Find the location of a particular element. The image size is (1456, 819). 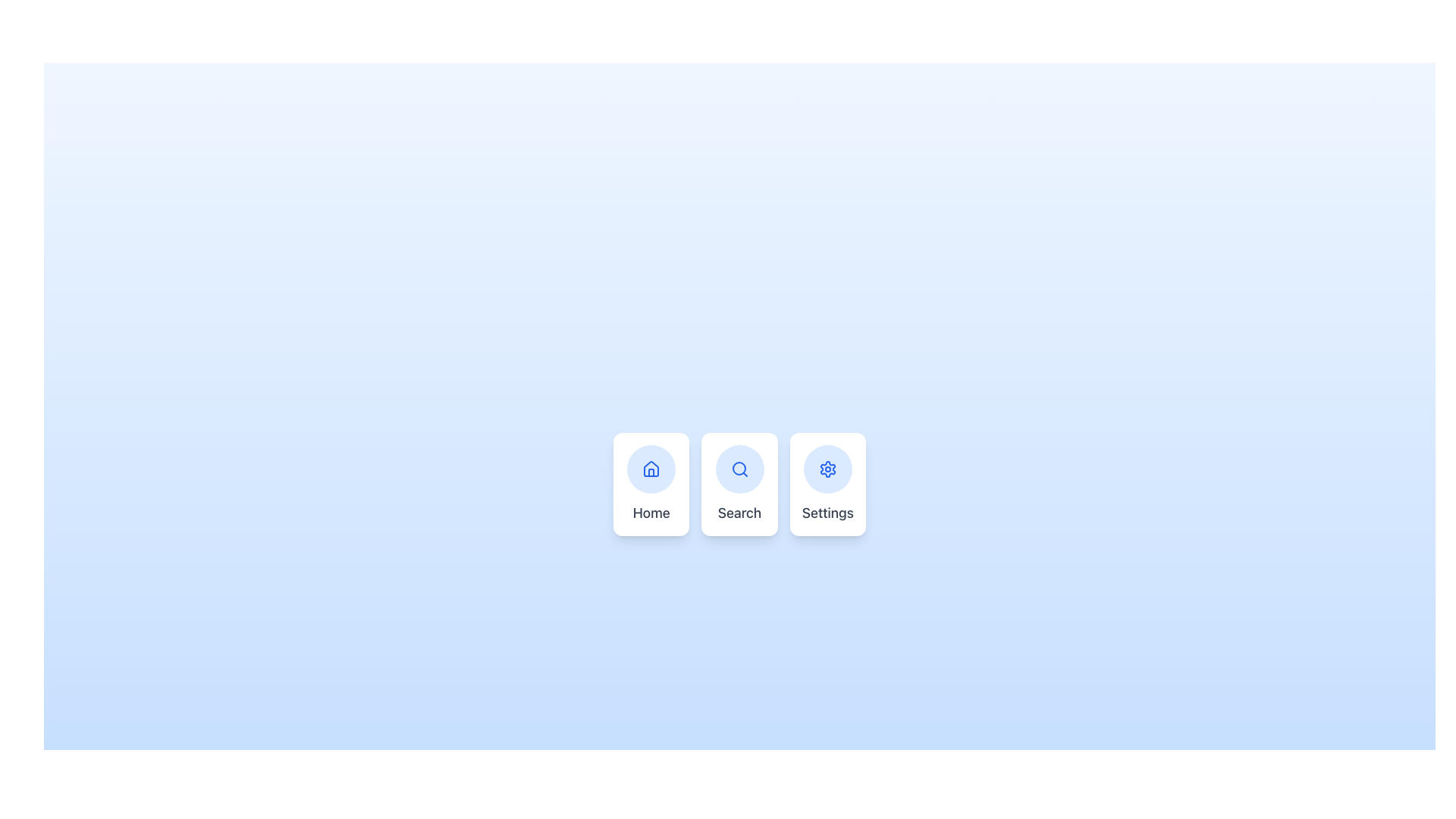

the second icon in the horizontal group of three, which symbolizes the search functionality is located at coordinates (739, 468).